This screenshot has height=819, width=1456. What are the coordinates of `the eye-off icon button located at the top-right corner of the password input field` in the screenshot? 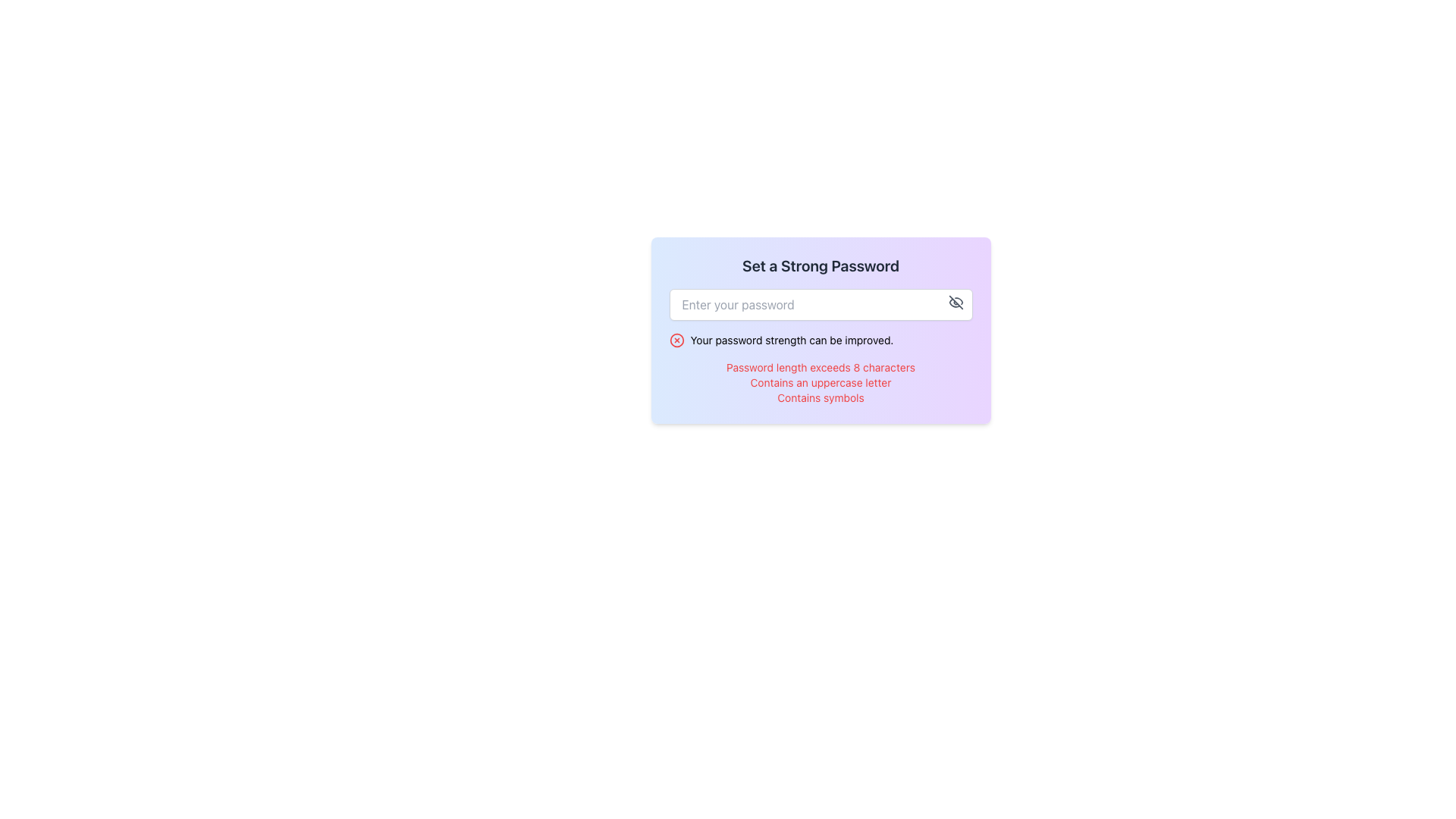 It's located at (955, 302).